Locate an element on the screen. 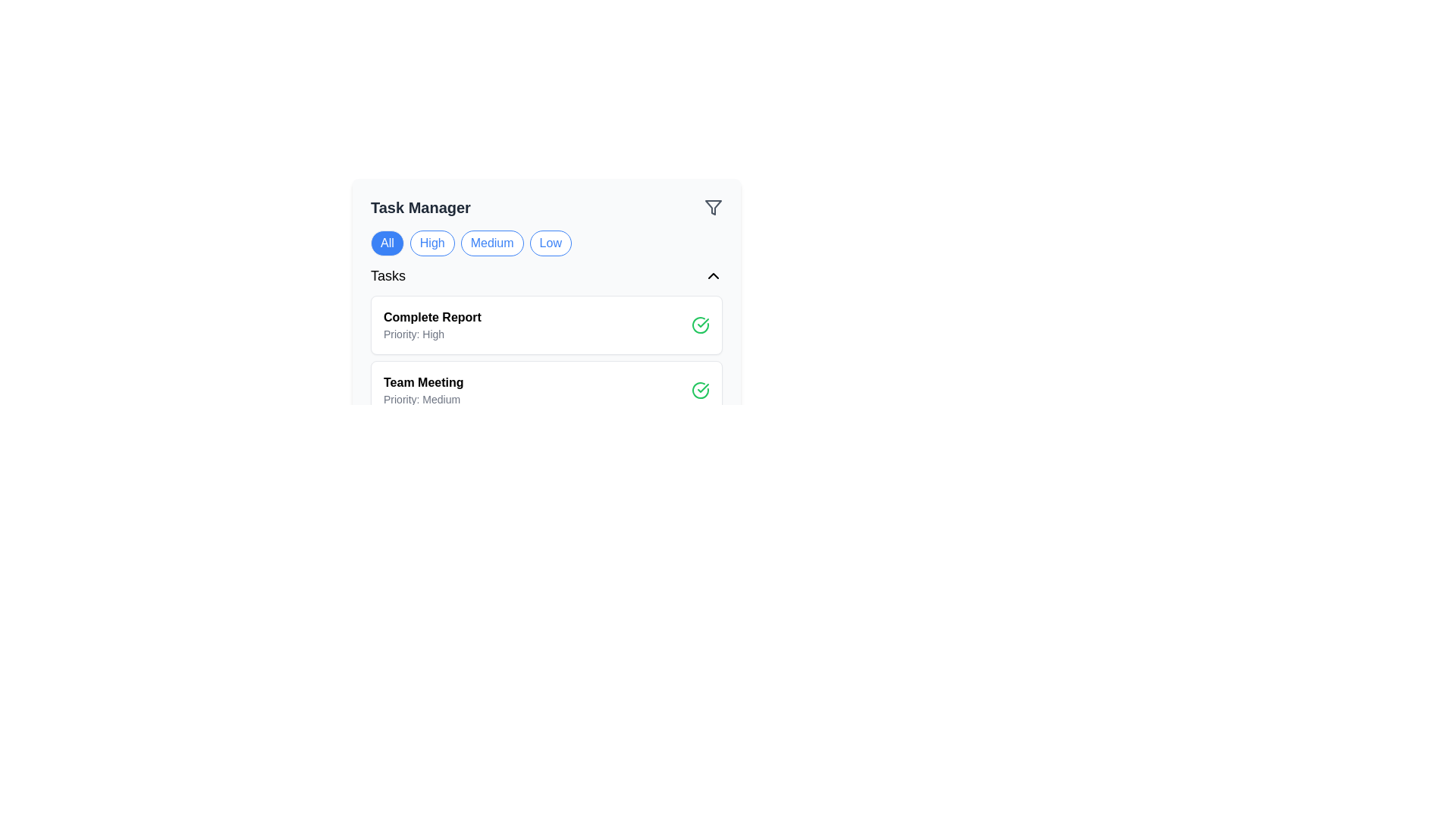 Image resolution: width=1456 pixels, height=819 pixels. the upward-pointing chevron icon next to the 'Tasks' text is located at coordinates (712, 275).